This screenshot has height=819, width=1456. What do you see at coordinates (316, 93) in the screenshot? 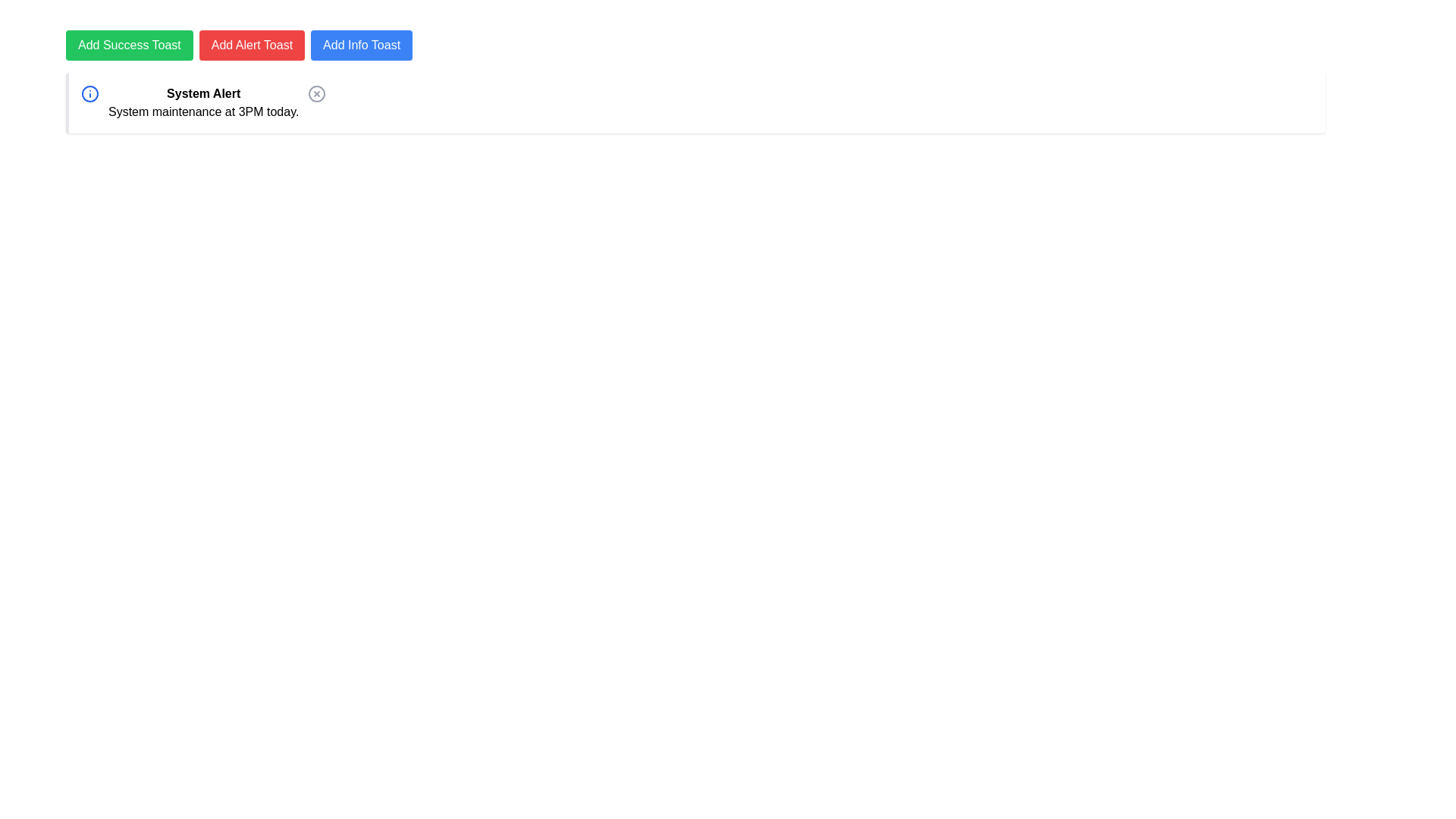
I see `the dismiss button with an 'X' icon located in the 'System Alert' notification box` at bounding box center [316, 93].